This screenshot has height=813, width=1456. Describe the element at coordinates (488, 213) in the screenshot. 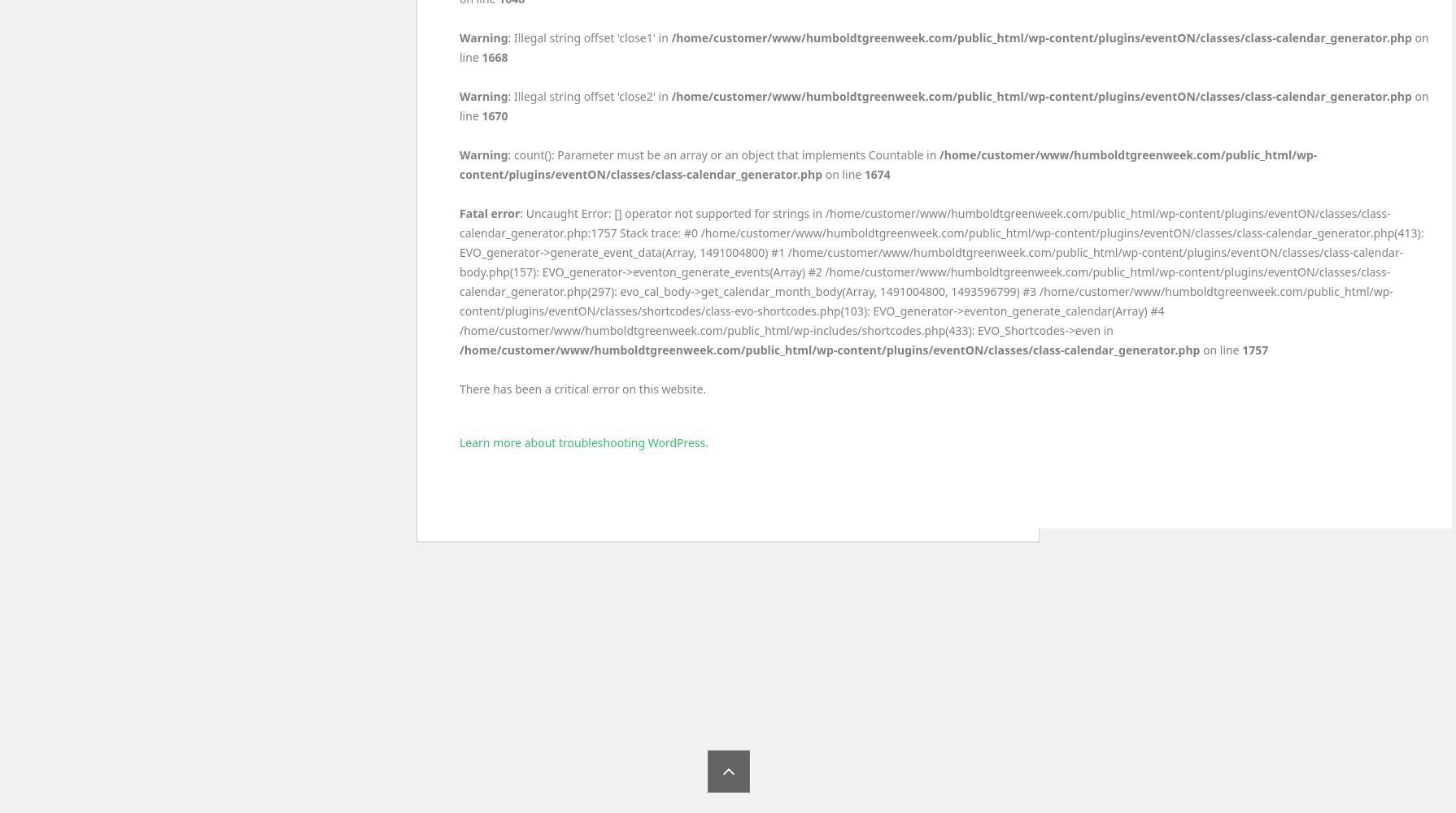

I see `'Fatal error'` at that location.